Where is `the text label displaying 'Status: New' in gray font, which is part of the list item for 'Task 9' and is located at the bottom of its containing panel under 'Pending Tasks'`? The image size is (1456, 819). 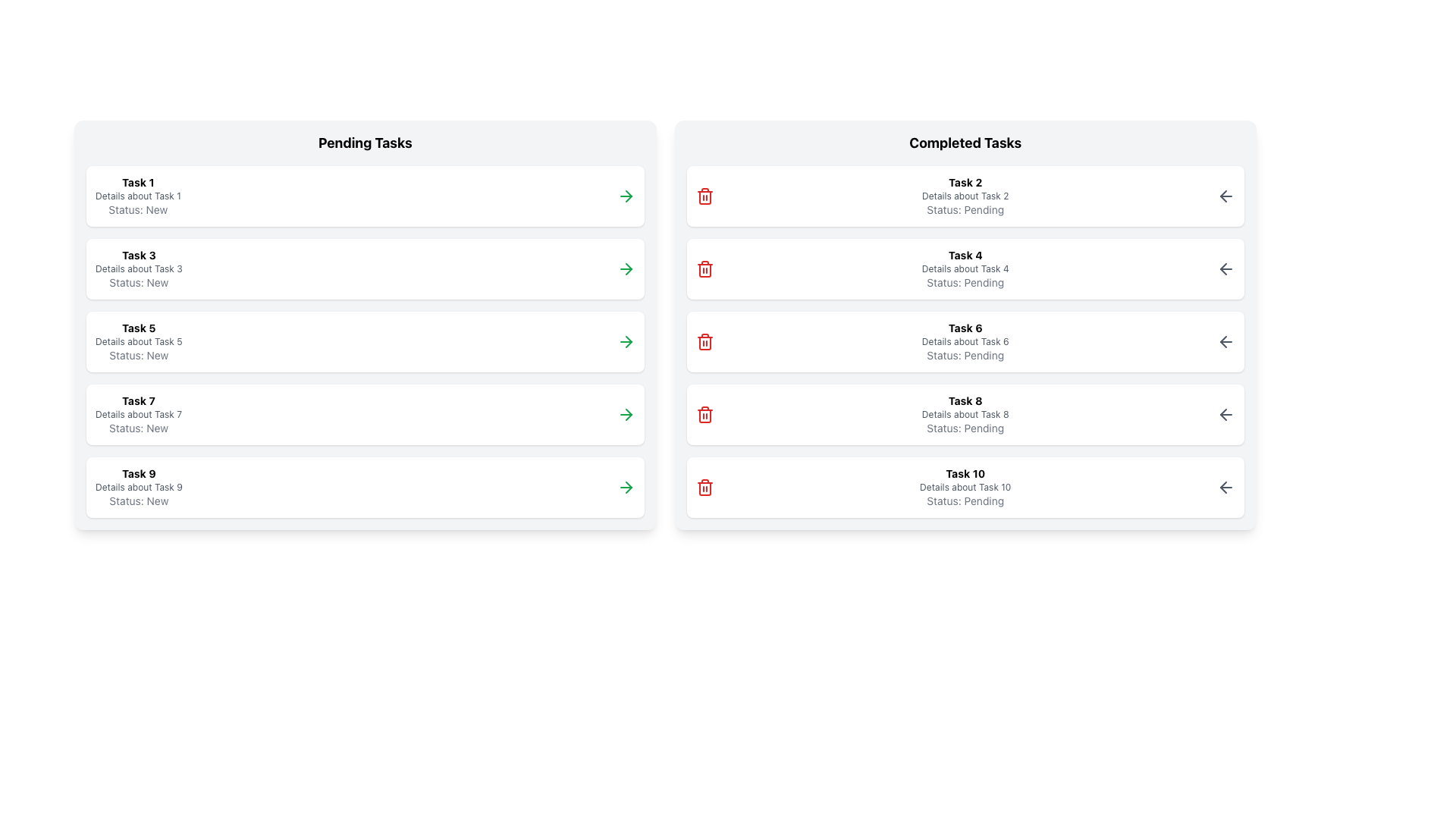 the text label displaying 'Status: New' in gray font, which is part of the list item for 'Task 9' and is located at the bottom of its containing panel under 'Pending Tasks' is located at coordinates (139, 500).